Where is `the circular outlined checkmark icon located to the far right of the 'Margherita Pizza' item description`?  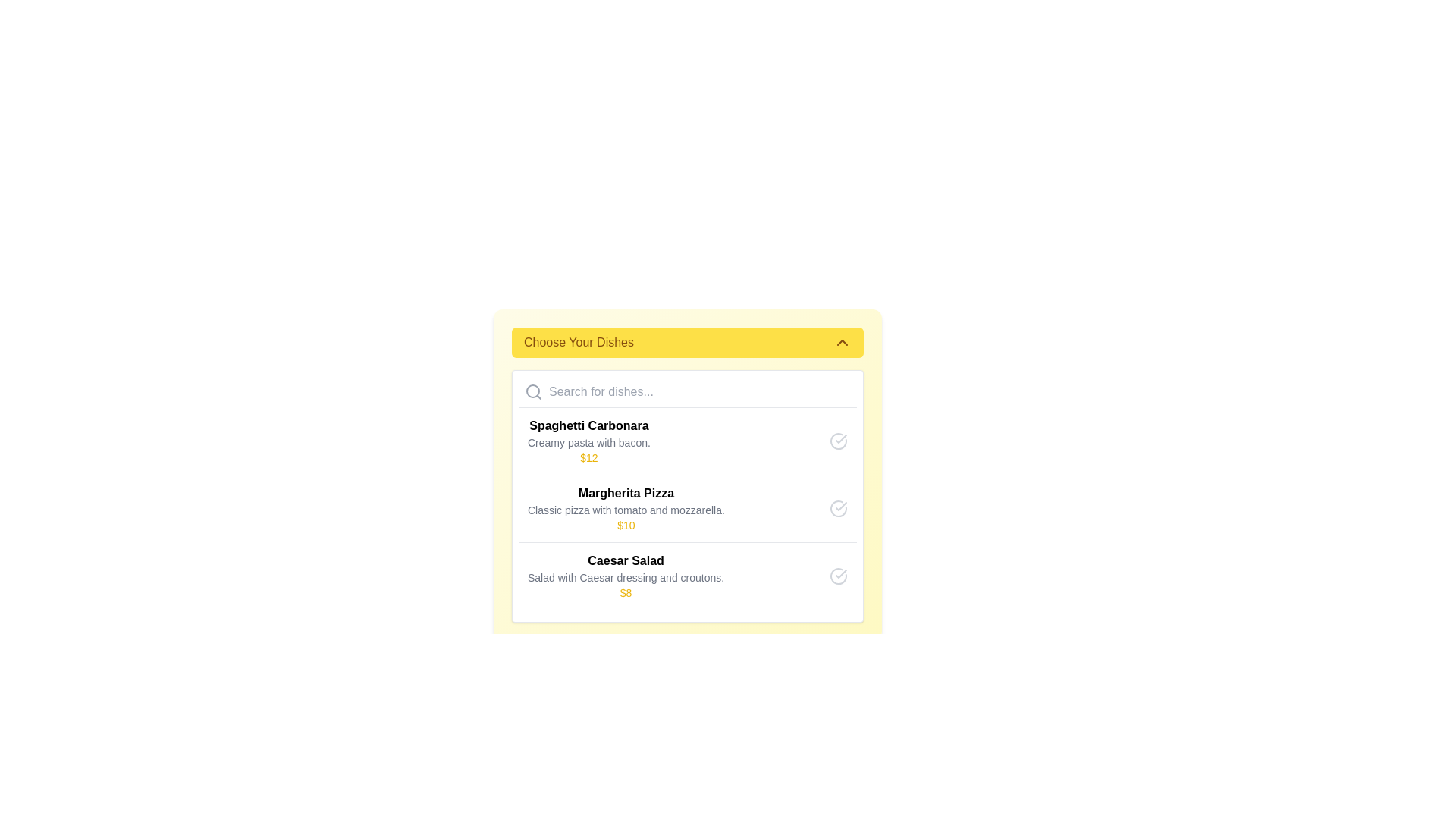 the circular outlined checkmark icon located to the far right of the 'Margherita Pizza' item description is located at coordinates (837, 509).